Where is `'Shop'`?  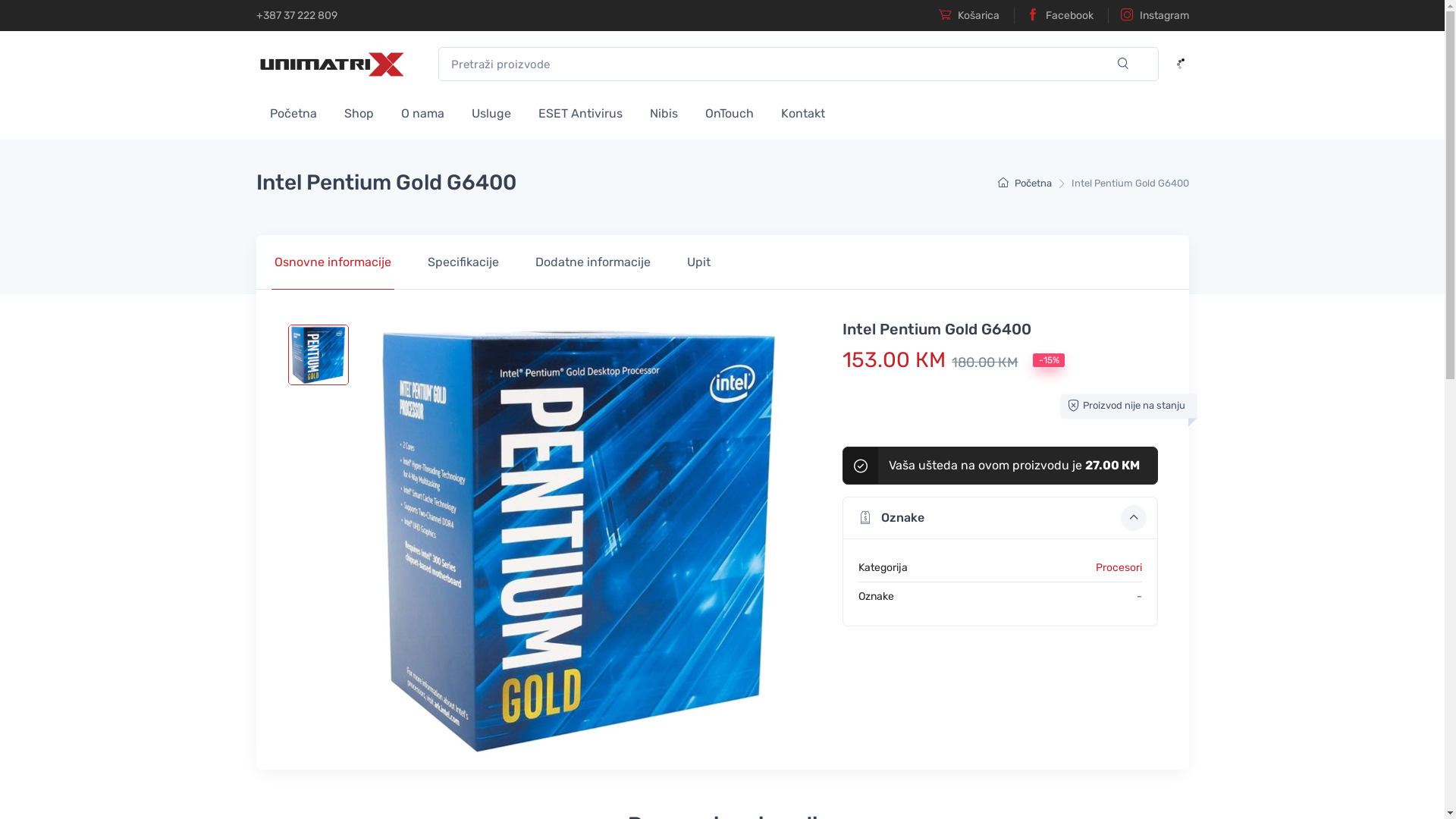 'Shop' is located at coordinates (358, 111).